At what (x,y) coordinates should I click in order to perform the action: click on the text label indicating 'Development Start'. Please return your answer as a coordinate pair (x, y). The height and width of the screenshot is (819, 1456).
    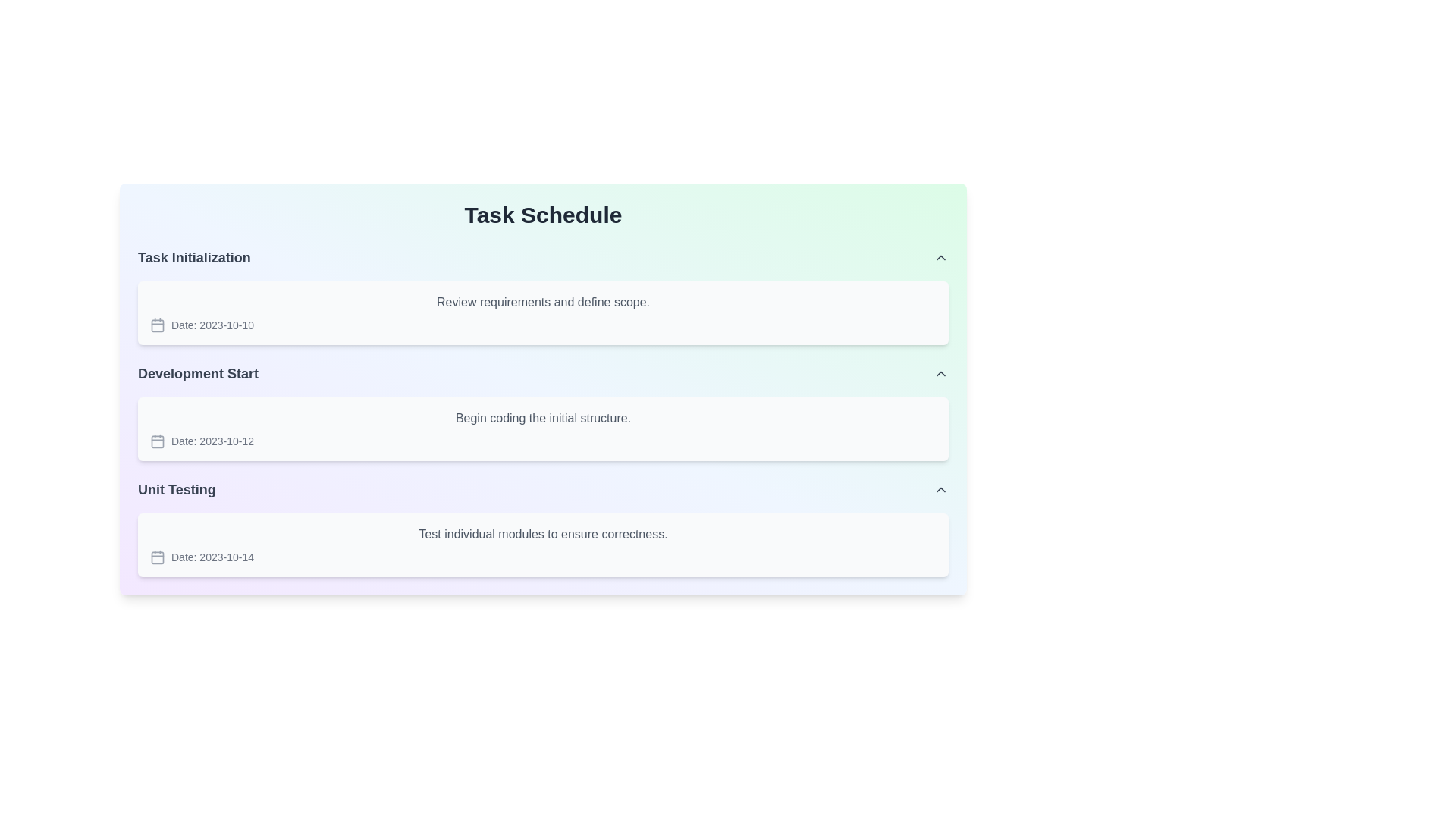
    Looking at the image, I should click on (197, 374).